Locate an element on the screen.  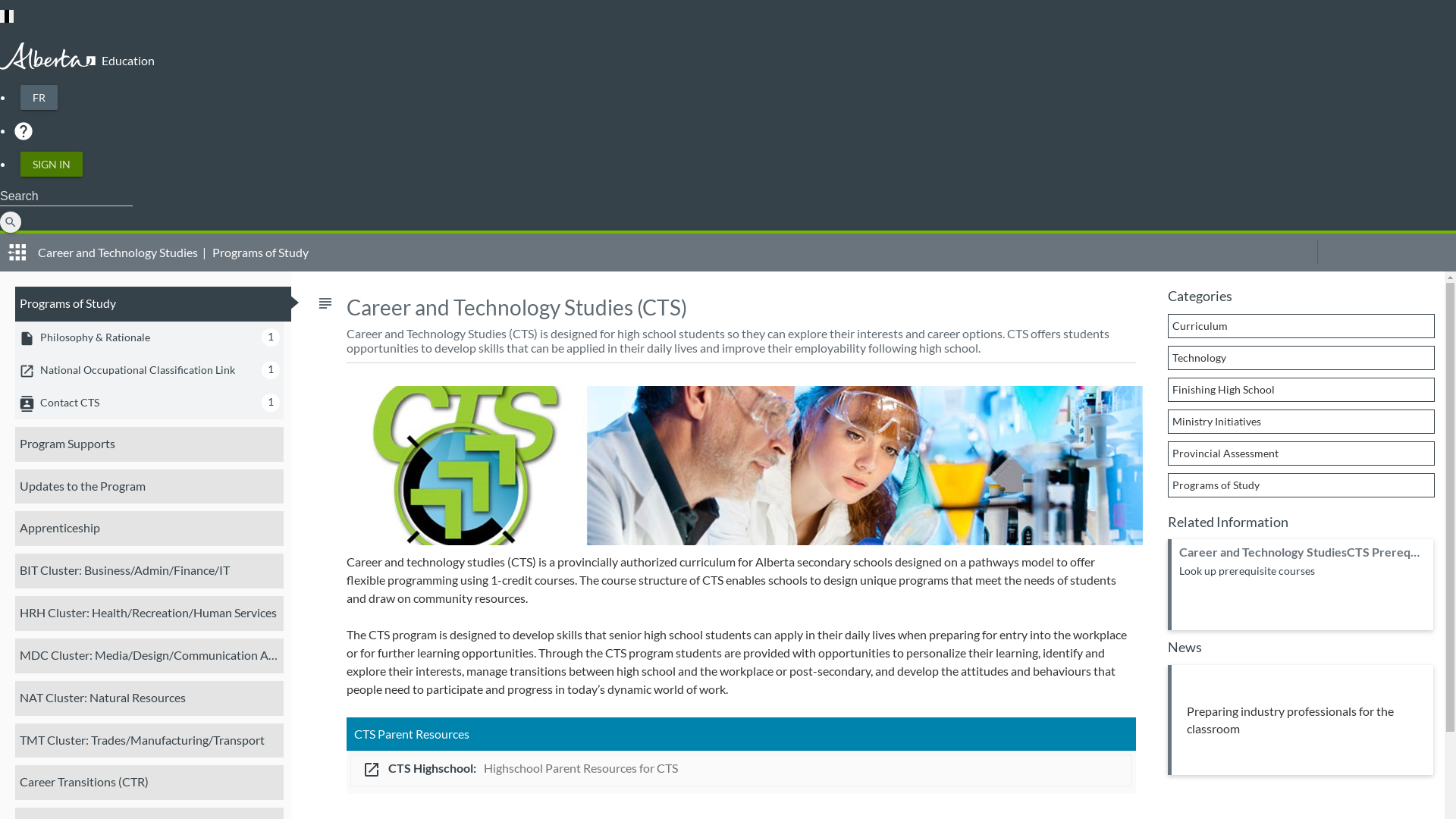
'Career Transitions (CTR)' is located at coordinates (149, 783).